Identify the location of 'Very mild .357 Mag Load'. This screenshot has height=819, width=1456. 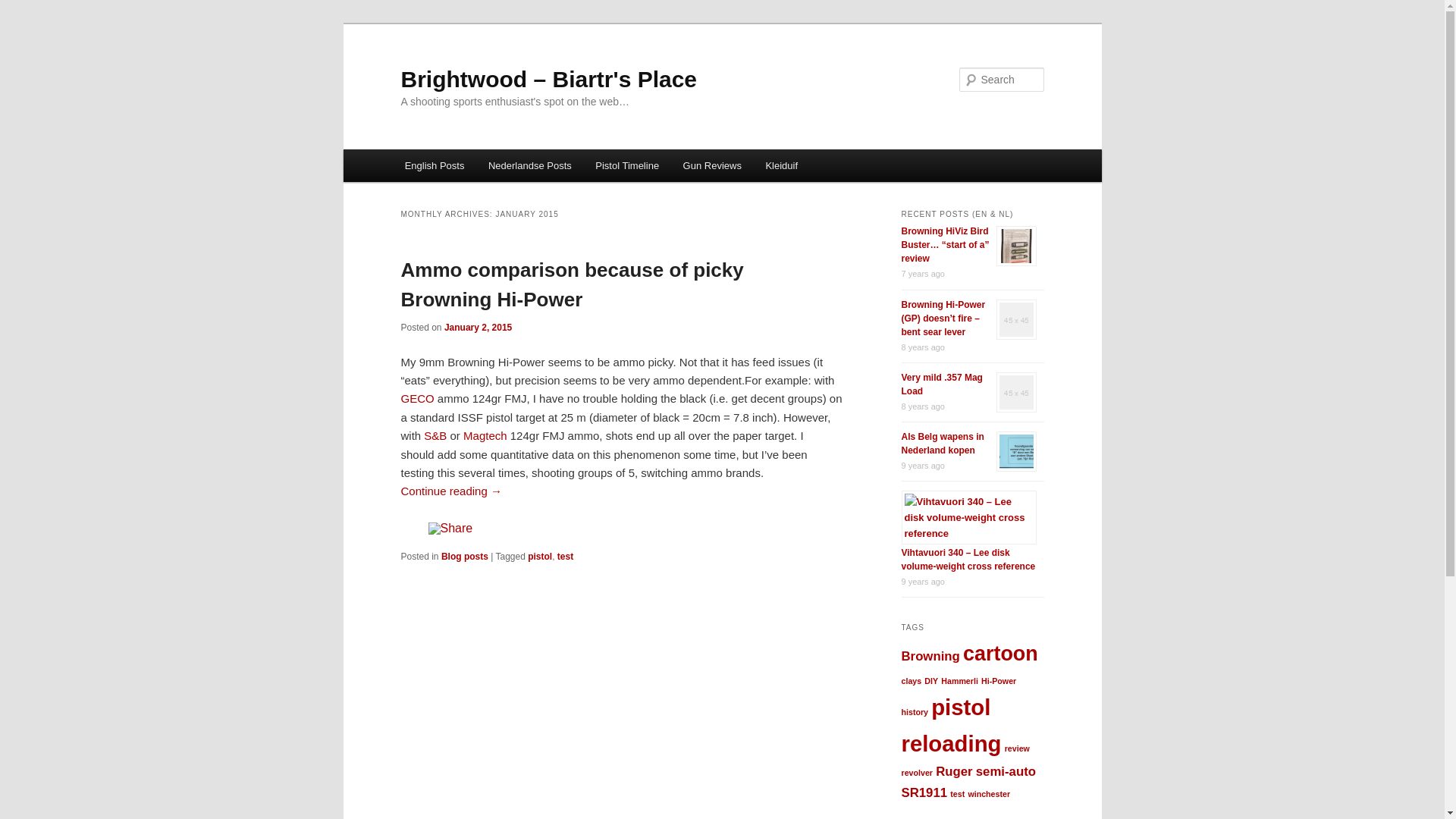
(940, 383).